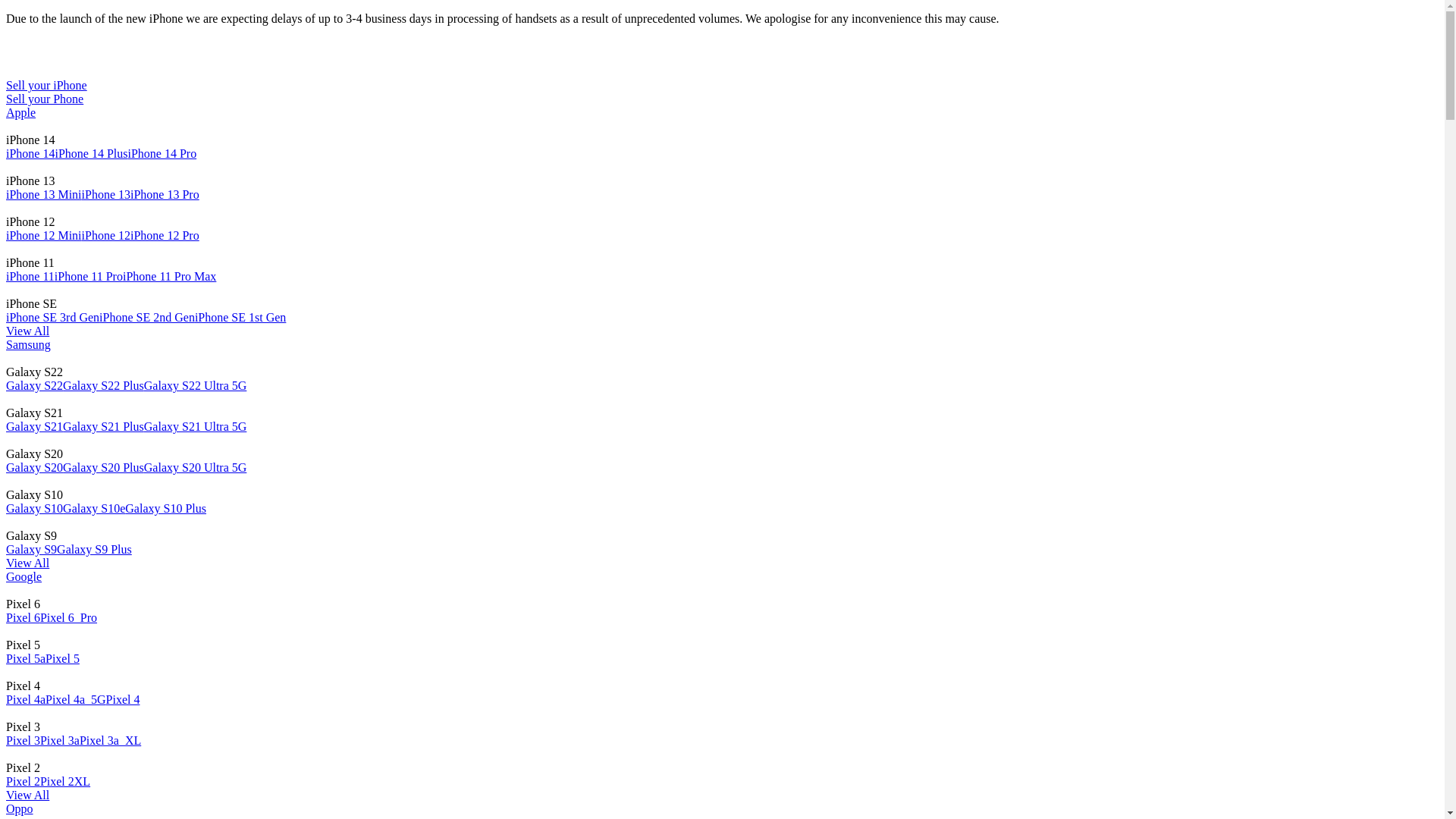  What do you see at coordinates (194, 316) in the screenshot?
I see `'iPhone SE 1st Gen'` at bounding box center [194, 316].